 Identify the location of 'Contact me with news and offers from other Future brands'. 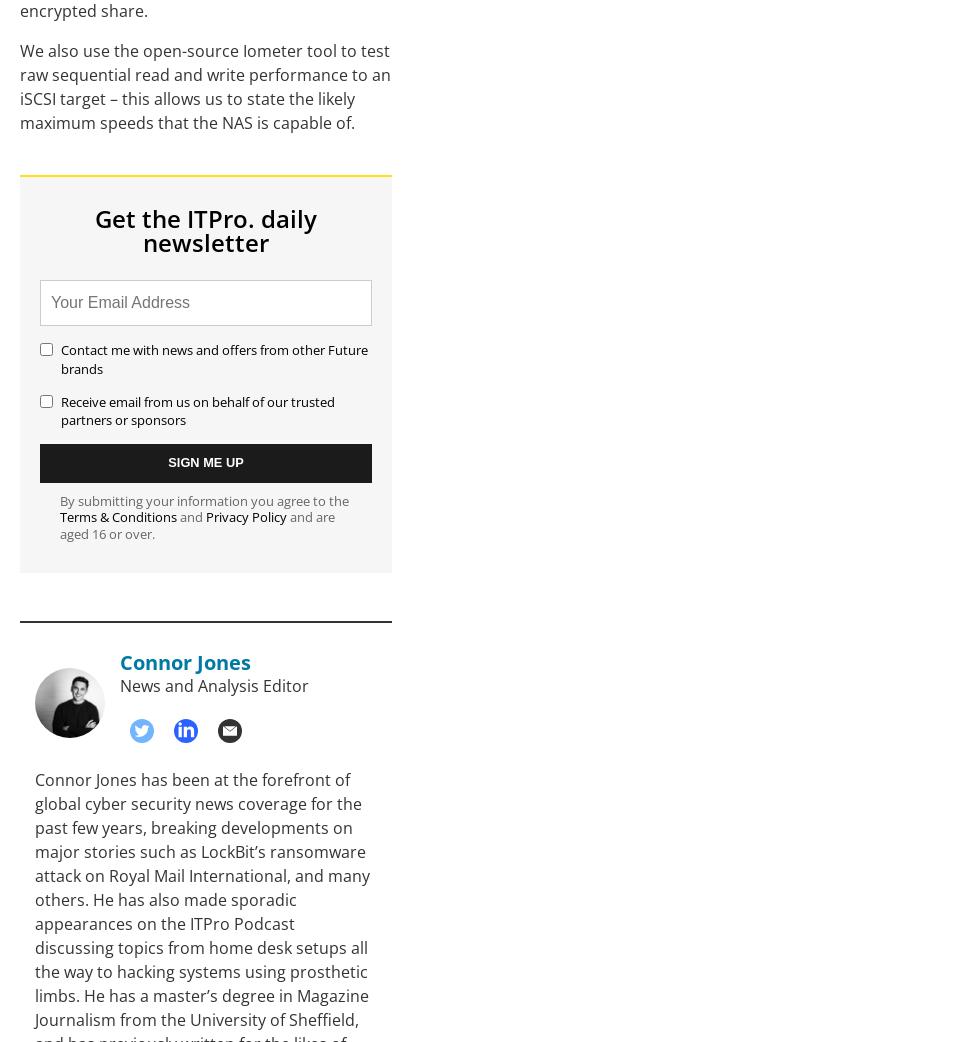
(214, 357).